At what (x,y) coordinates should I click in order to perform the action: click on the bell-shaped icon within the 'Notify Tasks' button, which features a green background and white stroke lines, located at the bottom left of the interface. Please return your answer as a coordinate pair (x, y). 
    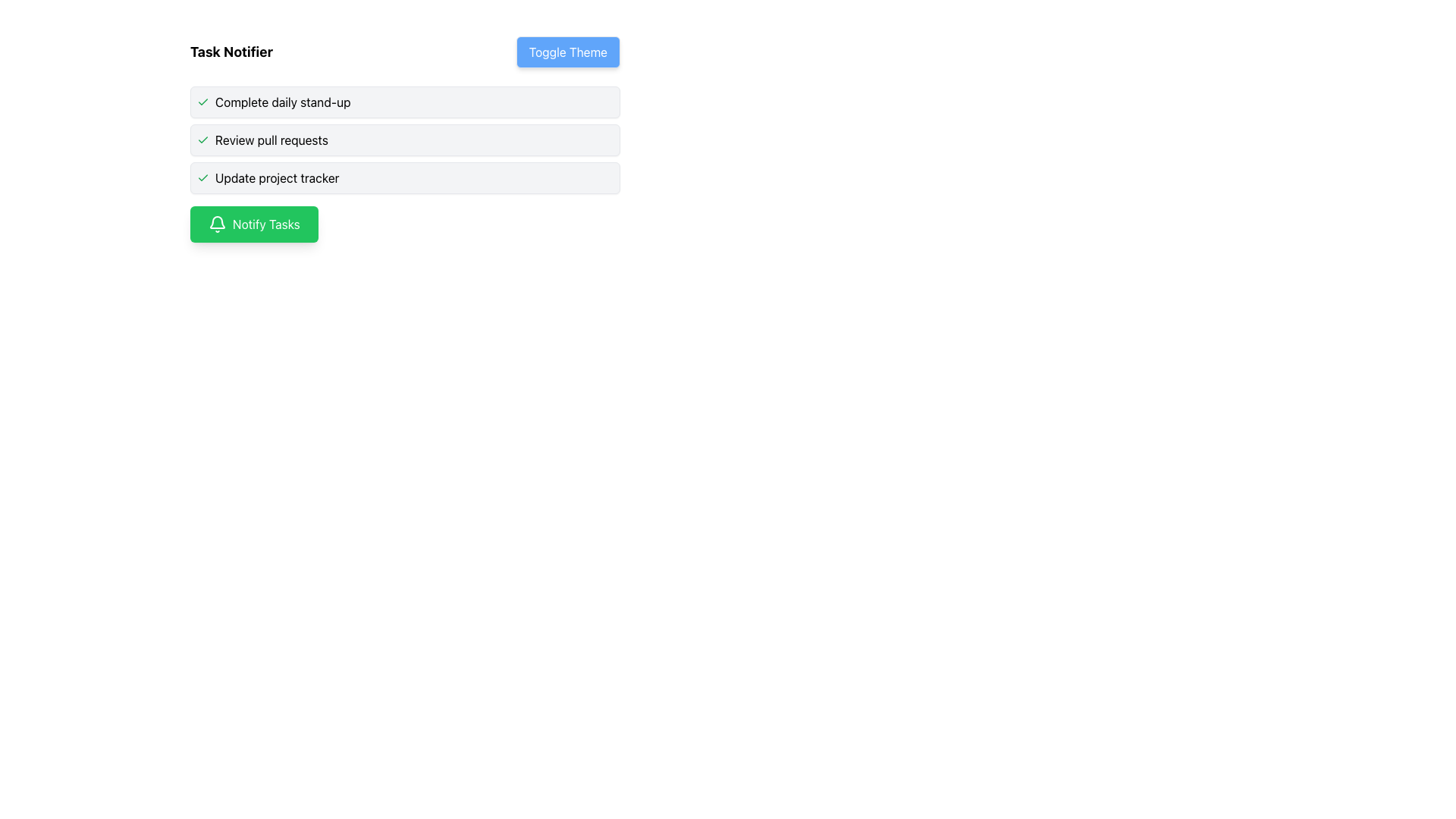
    Looking at the image, I should click on (217, 224).